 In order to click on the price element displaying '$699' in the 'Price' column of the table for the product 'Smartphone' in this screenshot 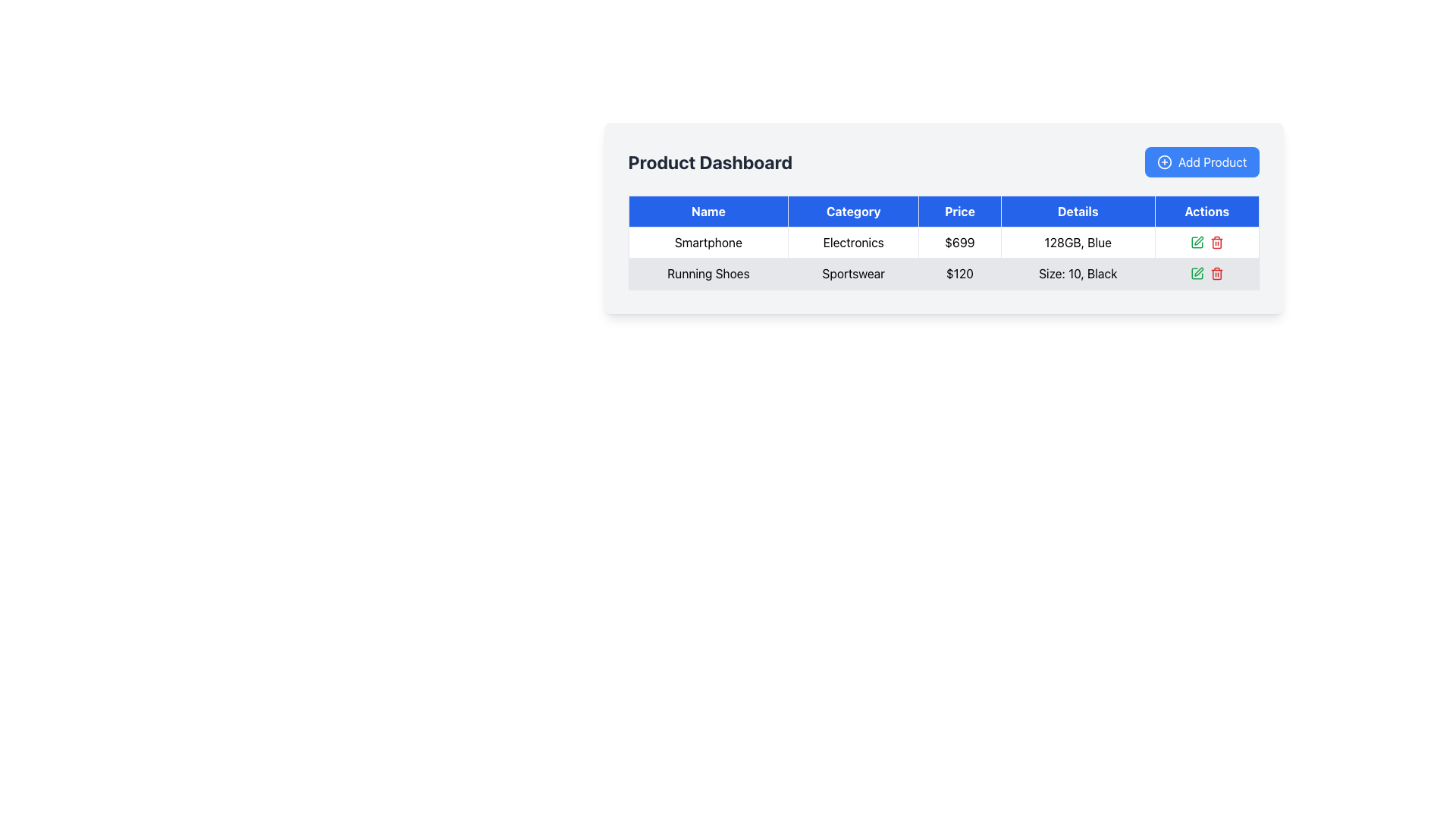, I will do `click(959, 242)`.